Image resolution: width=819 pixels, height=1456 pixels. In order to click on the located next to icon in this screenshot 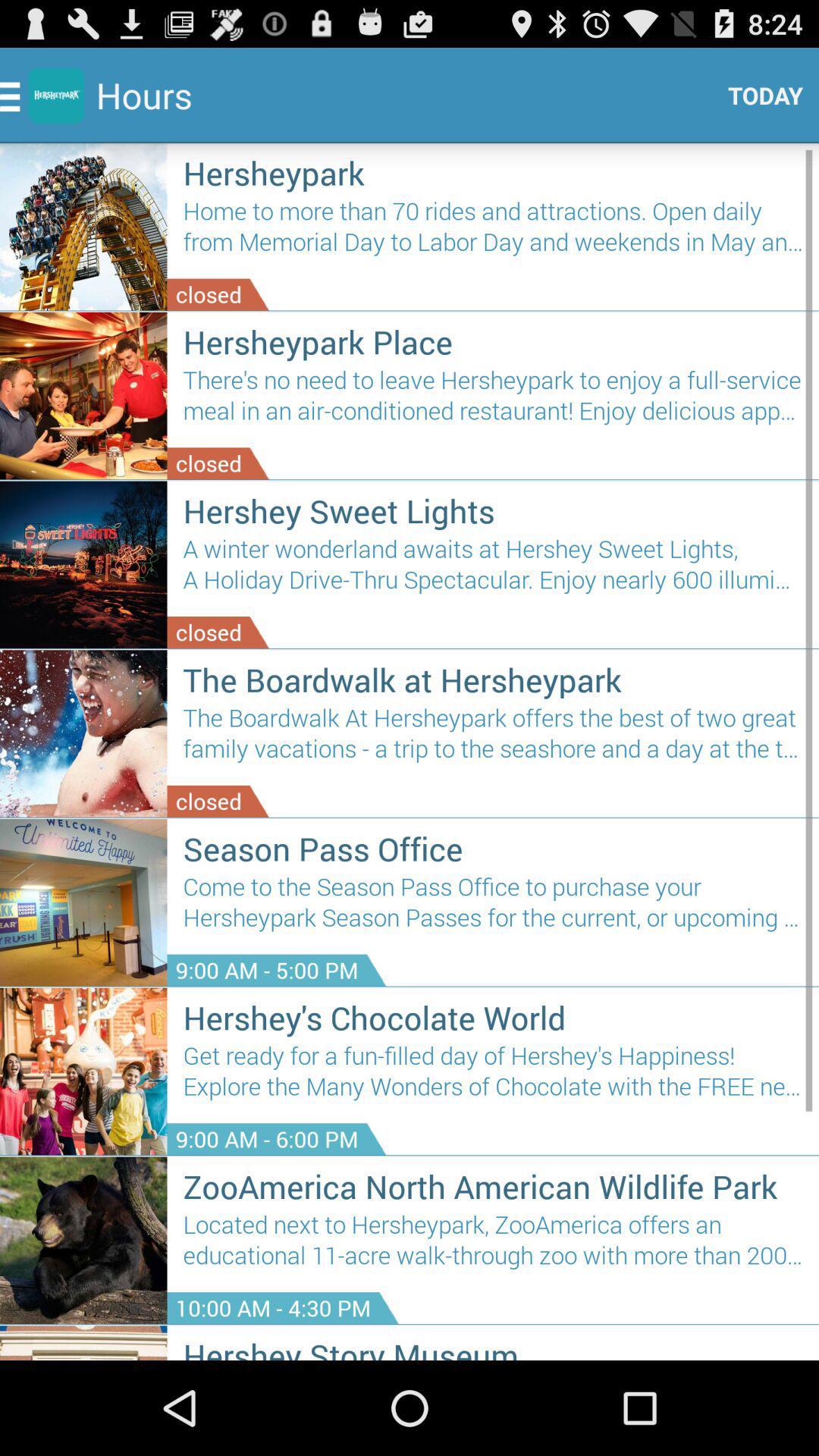, I will do `click(493, 1246)`.